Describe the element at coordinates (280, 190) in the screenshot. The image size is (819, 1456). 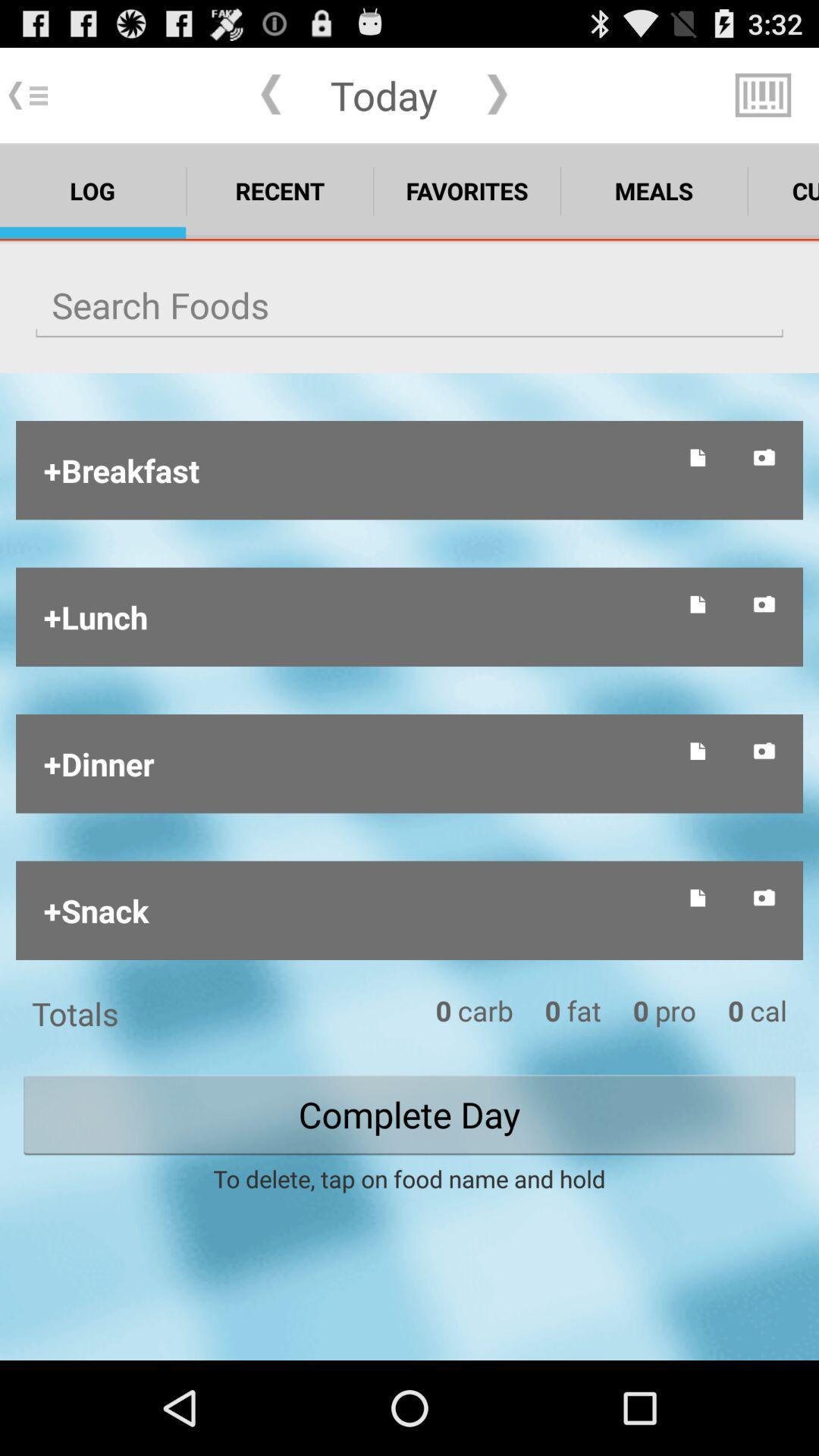
I see `recent which is in between log and favorites` at that location.